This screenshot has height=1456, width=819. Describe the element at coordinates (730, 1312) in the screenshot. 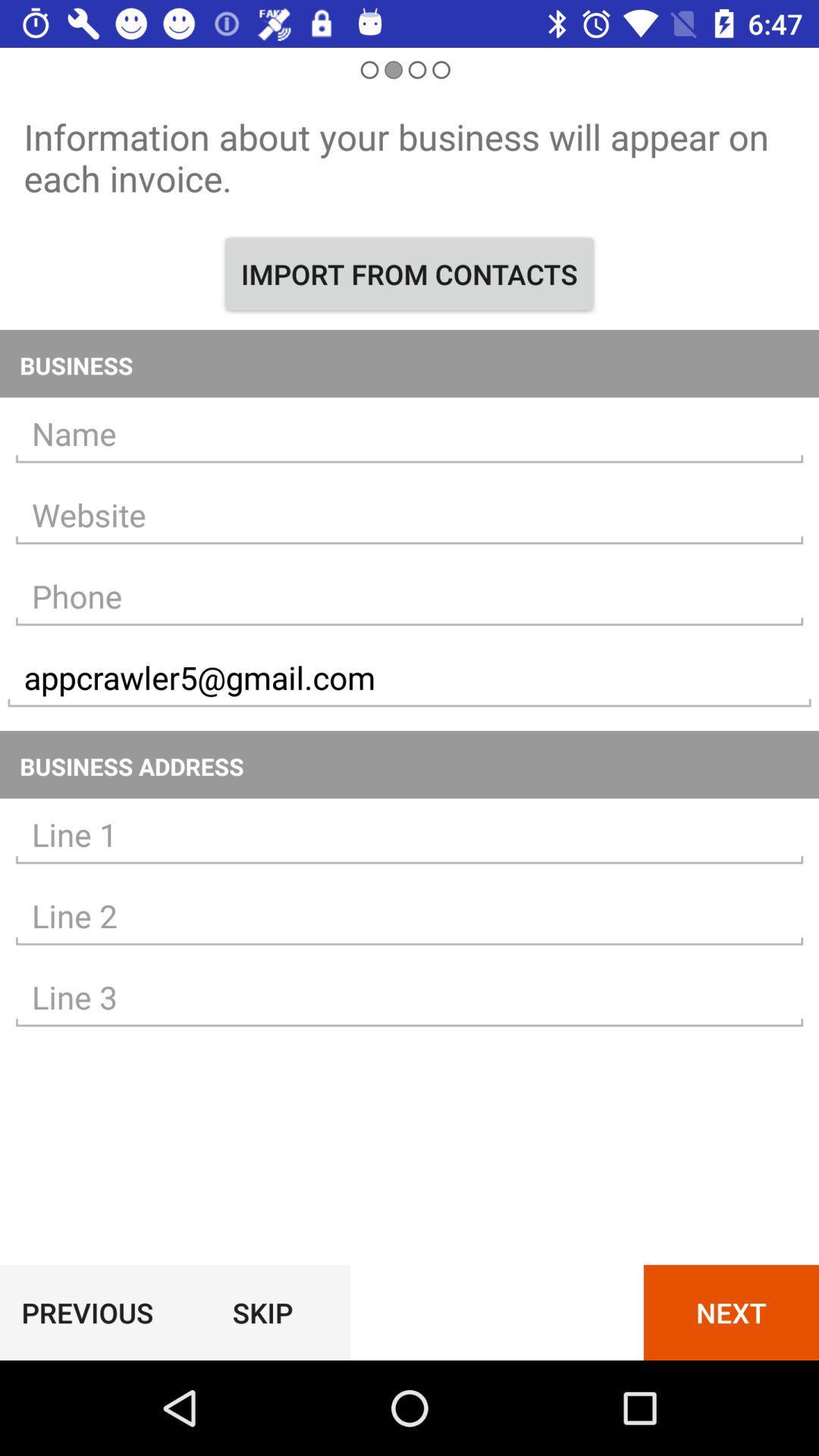

I see `icon next to the skip item` at that location.